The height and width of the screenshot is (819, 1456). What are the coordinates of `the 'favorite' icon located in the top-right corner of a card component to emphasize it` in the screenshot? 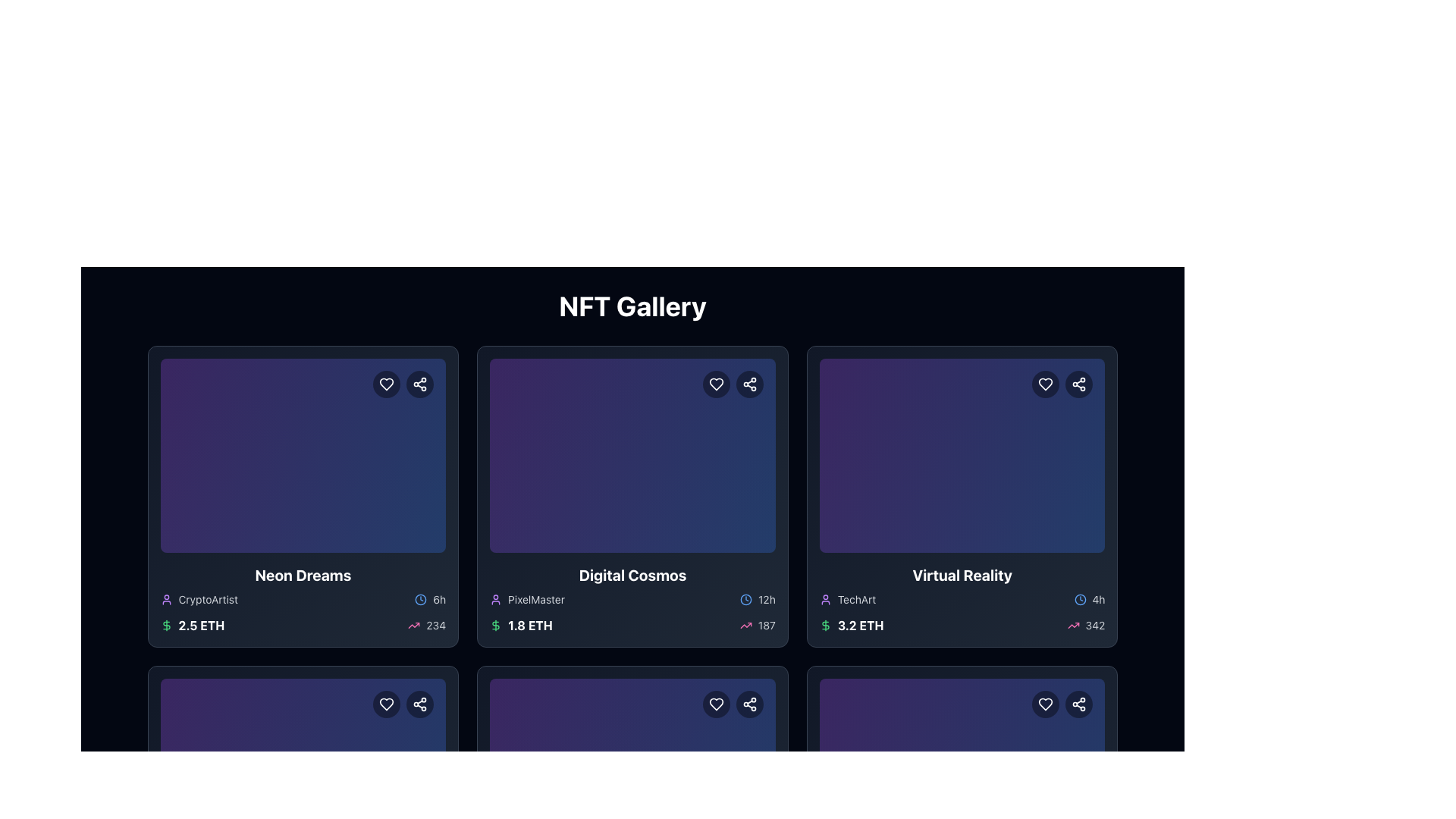 It's located at (387, 704).